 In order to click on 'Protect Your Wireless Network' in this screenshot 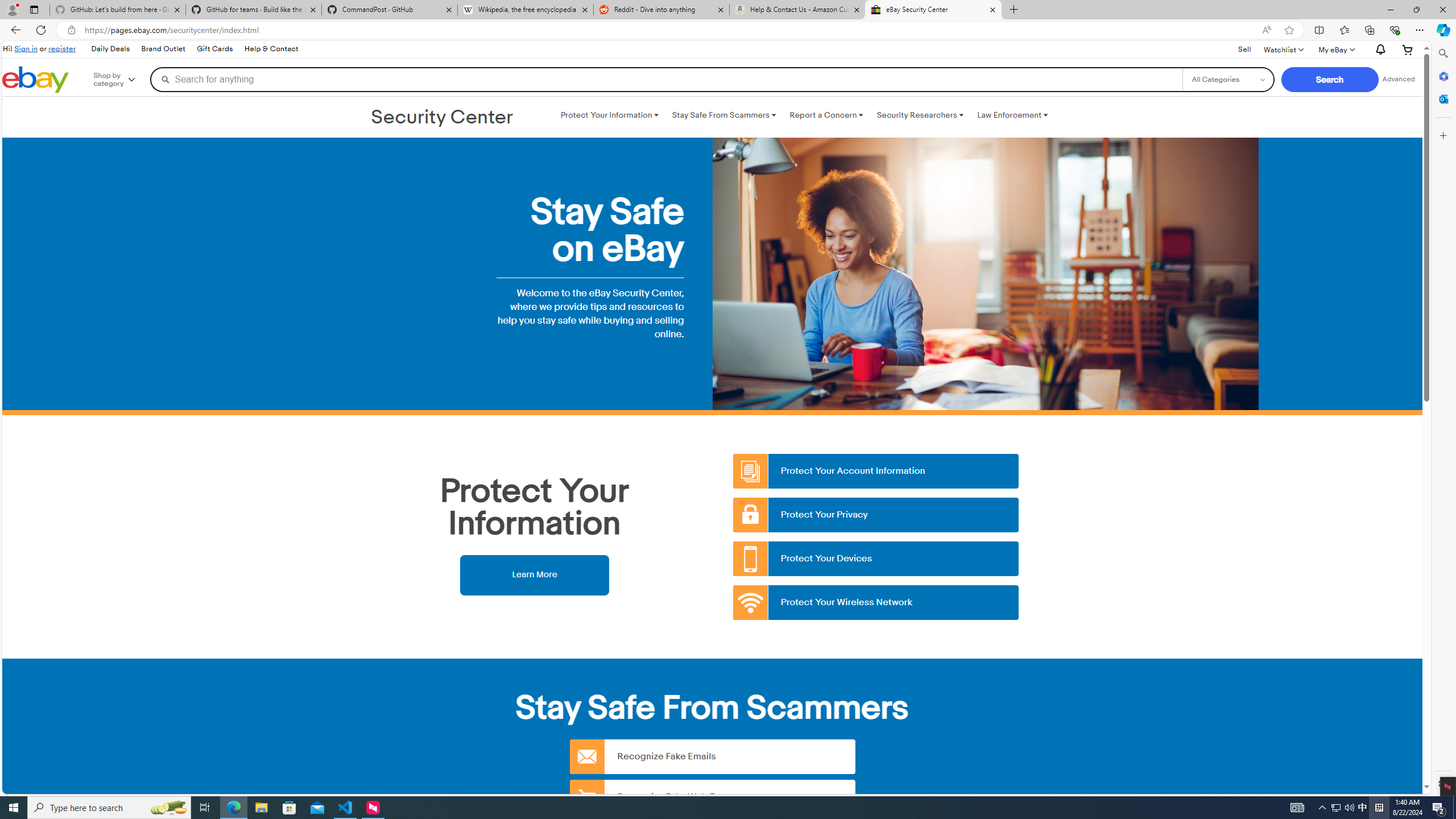, I will do `click(876, 602)`.